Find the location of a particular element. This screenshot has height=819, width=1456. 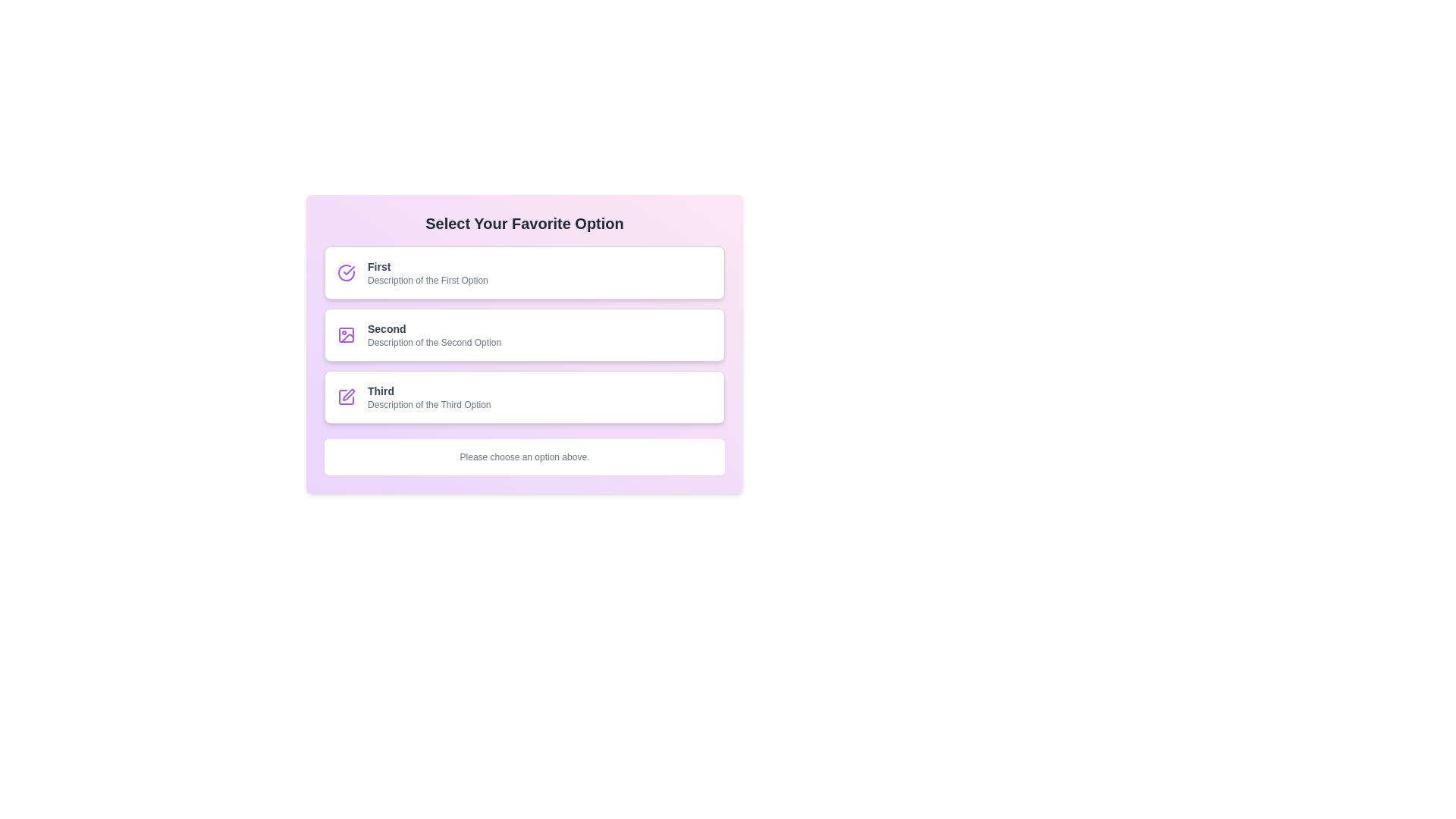

the interactive option box is located at coordinates (524, 344).